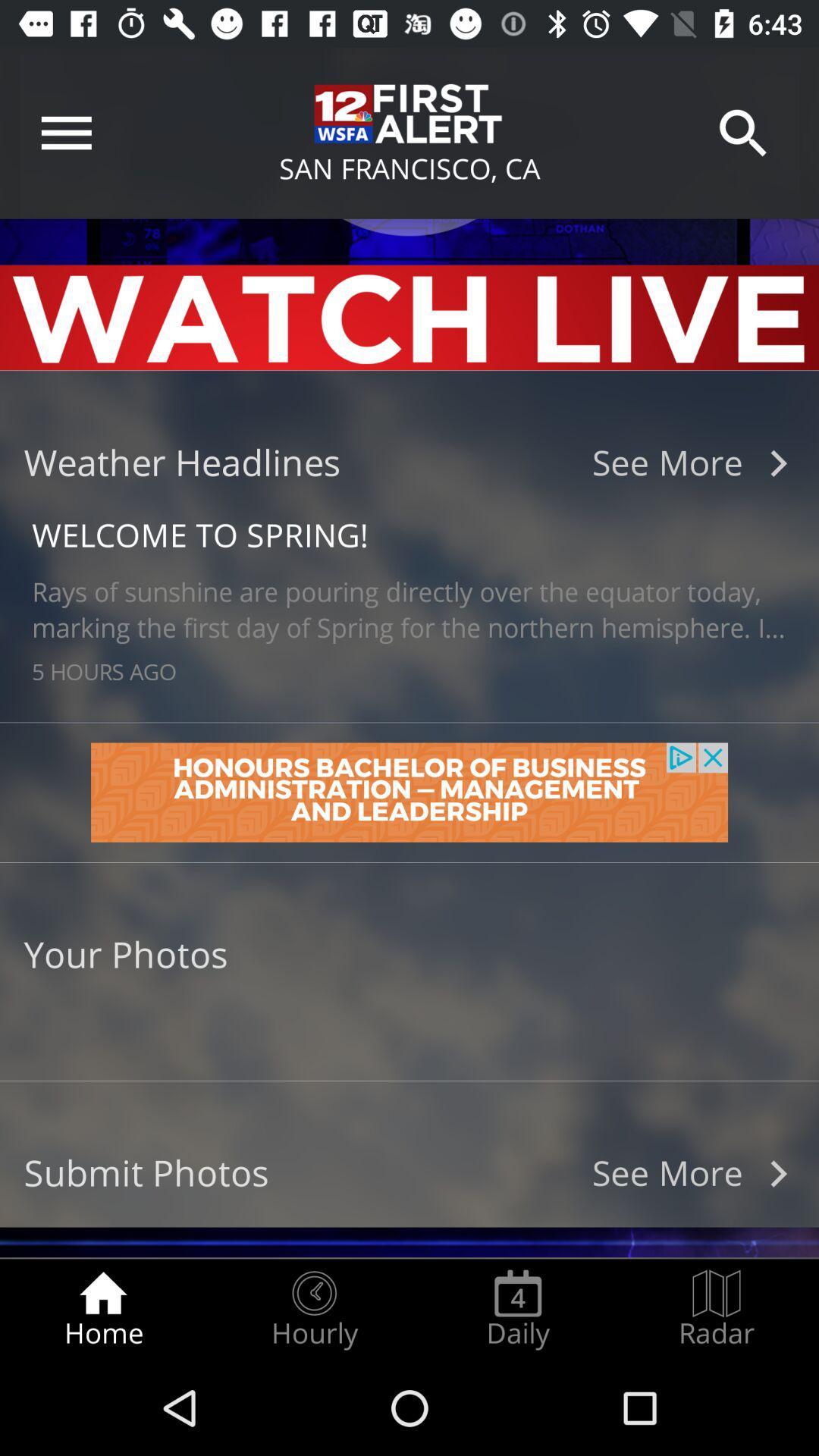 Image resolution: width=819 pixels, height=1456 pixels. Describe the element at coordinates (517, 1309) in the screenshot. I see `the daily radio button` at that location.